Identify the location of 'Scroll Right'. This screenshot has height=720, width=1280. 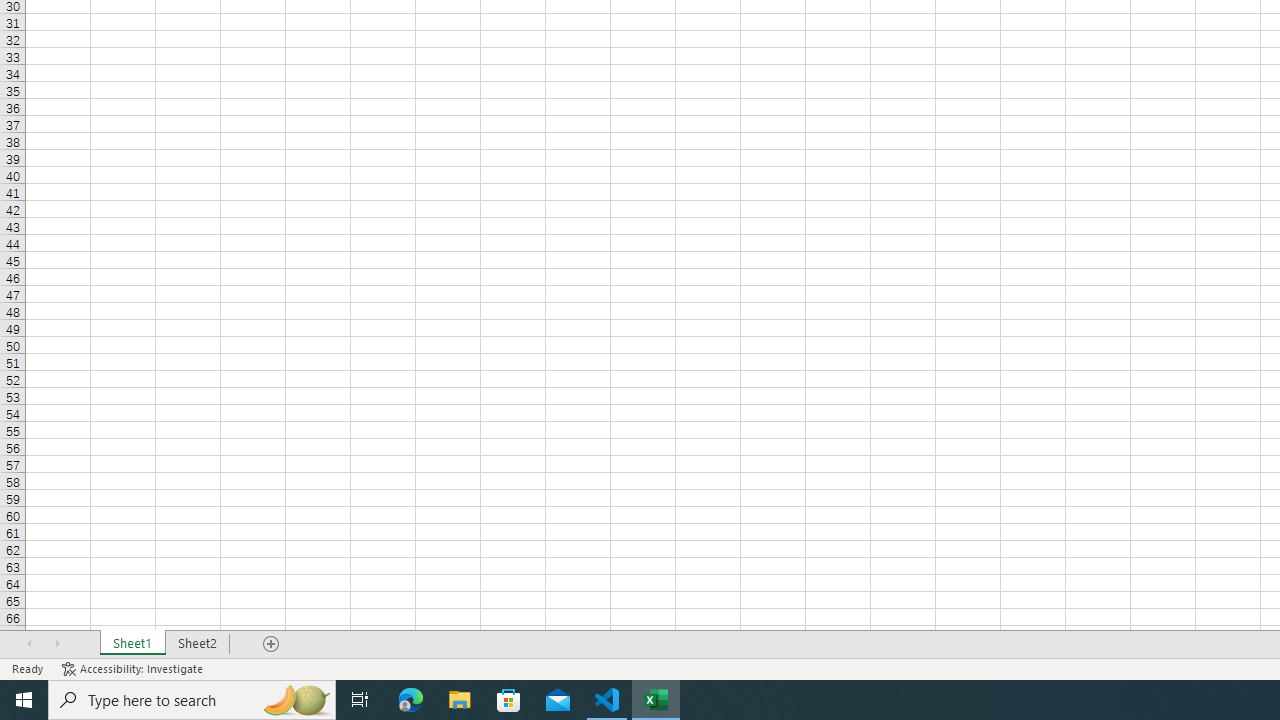
(57, 644).